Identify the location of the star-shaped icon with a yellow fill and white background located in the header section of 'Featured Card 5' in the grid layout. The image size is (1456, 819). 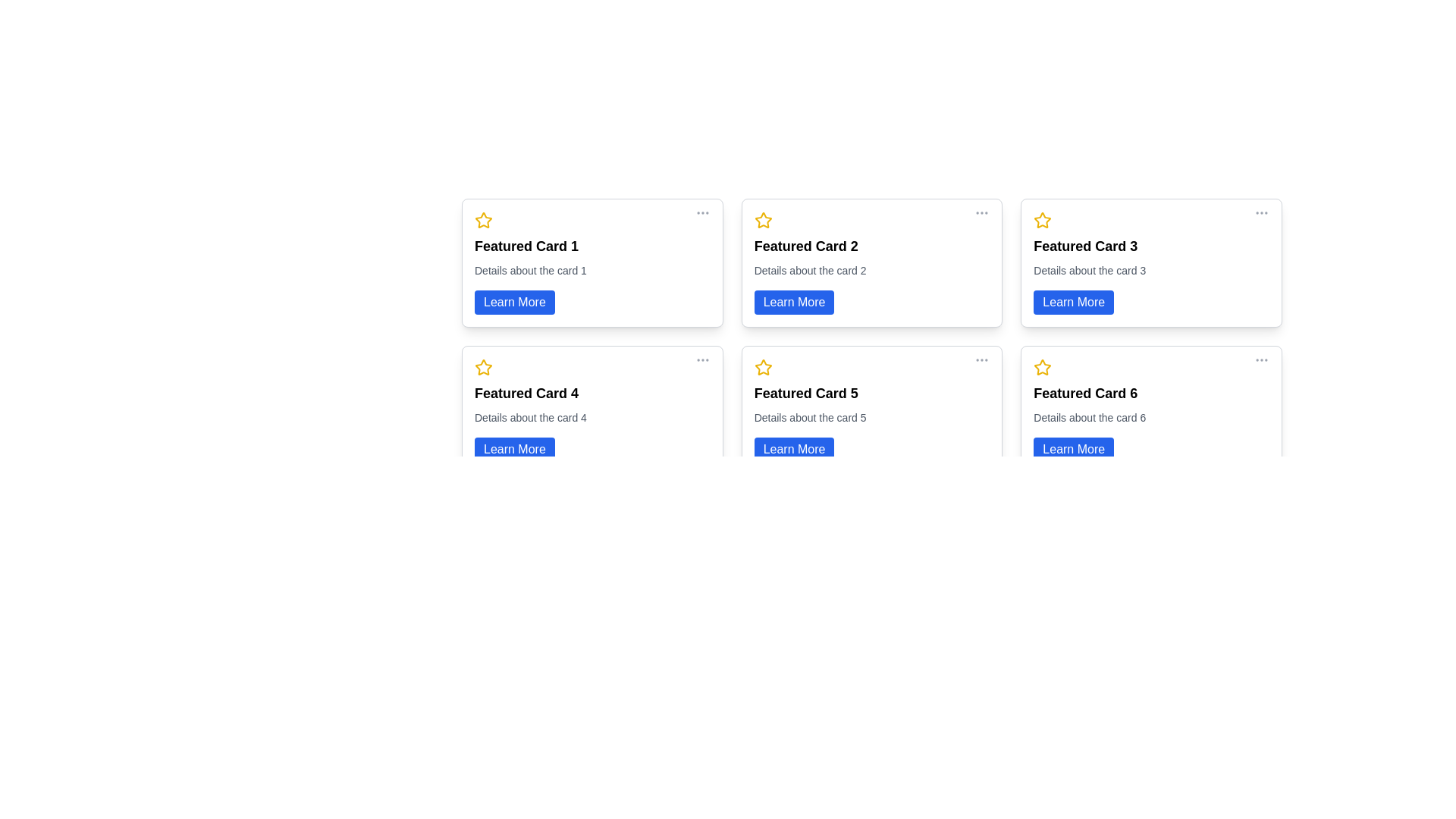
(763, 368).